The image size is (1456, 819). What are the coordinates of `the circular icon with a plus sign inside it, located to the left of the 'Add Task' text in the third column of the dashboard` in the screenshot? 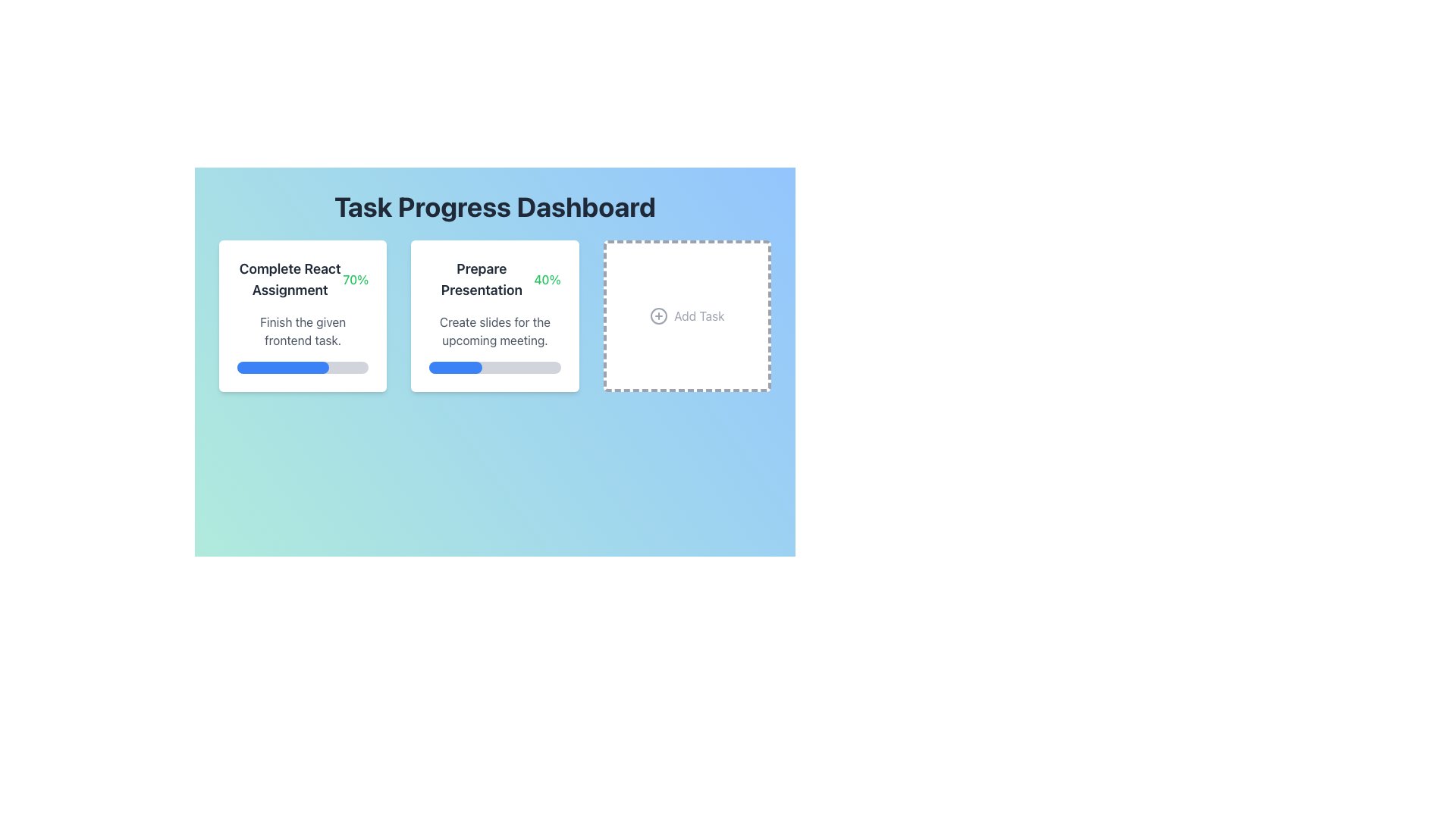 It's located at (659, 315).